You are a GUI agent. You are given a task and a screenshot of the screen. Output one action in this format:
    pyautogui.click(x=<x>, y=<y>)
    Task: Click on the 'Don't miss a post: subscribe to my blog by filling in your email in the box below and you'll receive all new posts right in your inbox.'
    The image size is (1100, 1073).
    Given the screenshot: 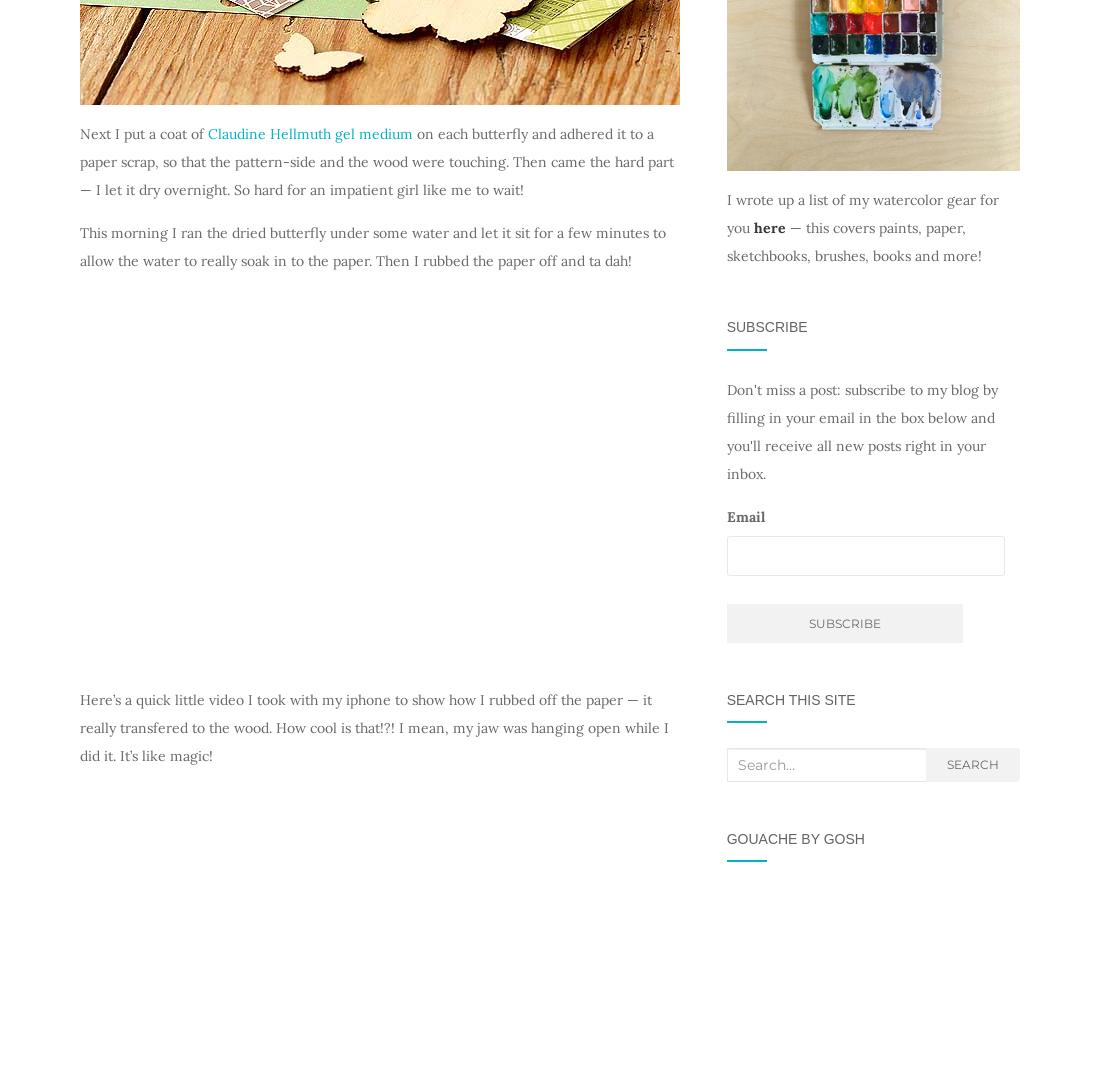 What is the action you would take?
    pyautogui.click(x=860, y=431)
    